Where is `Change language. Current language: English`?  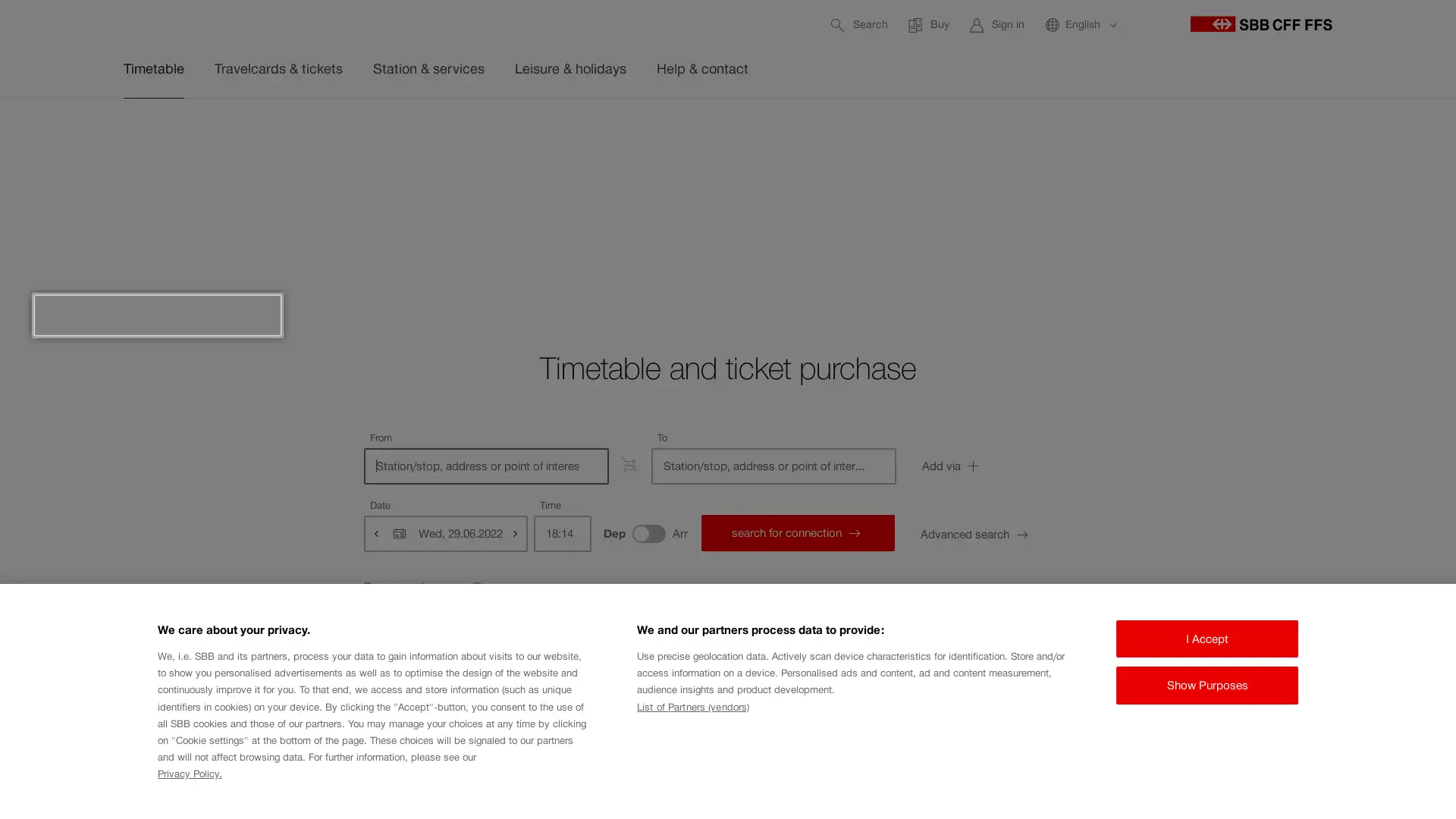 Change language. Current language: English is located at coordinates (1080, 24).